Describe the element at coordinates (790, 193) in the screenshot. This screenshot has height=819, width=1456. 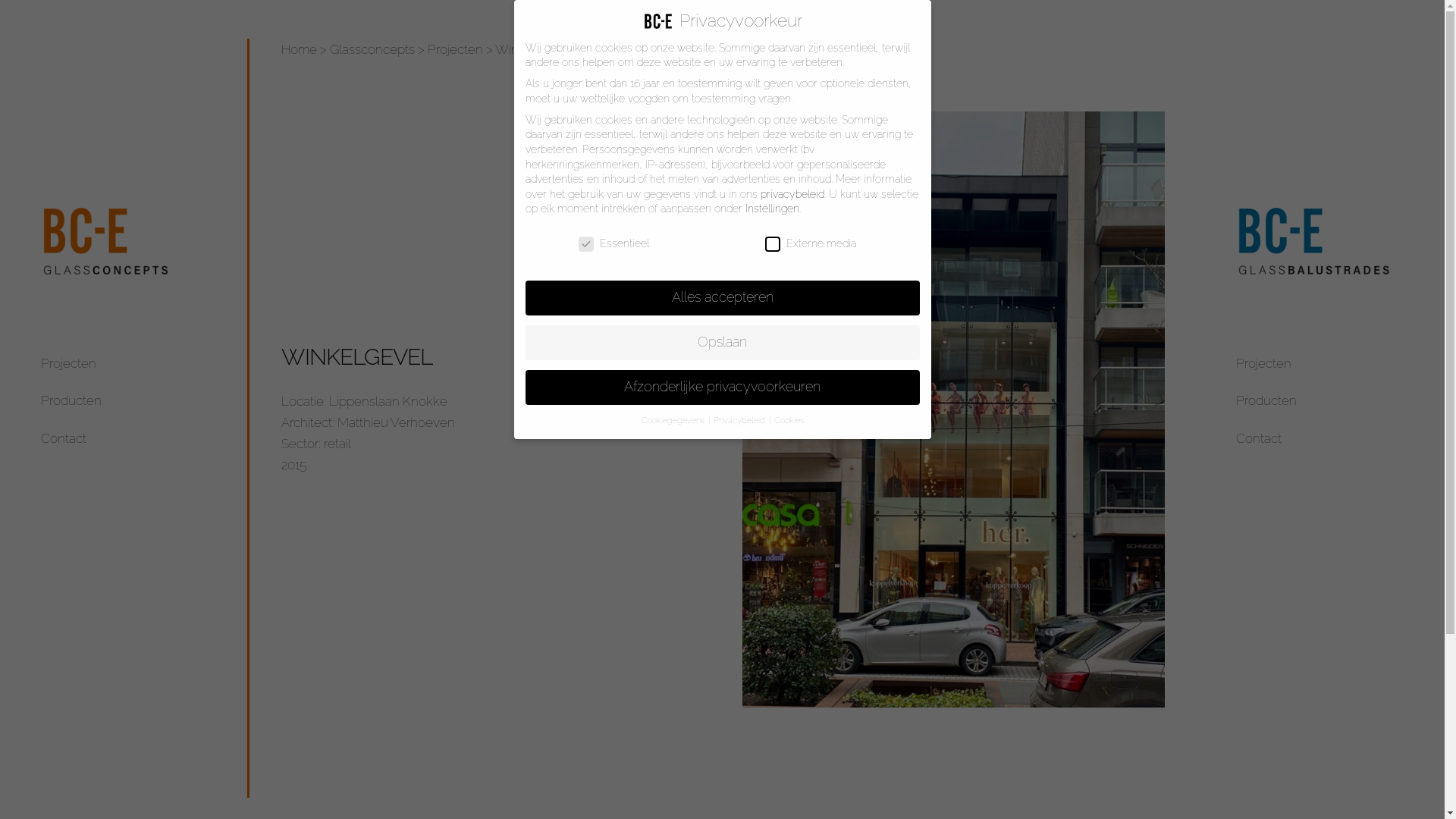
I see `'privacybeleid'` at that location.